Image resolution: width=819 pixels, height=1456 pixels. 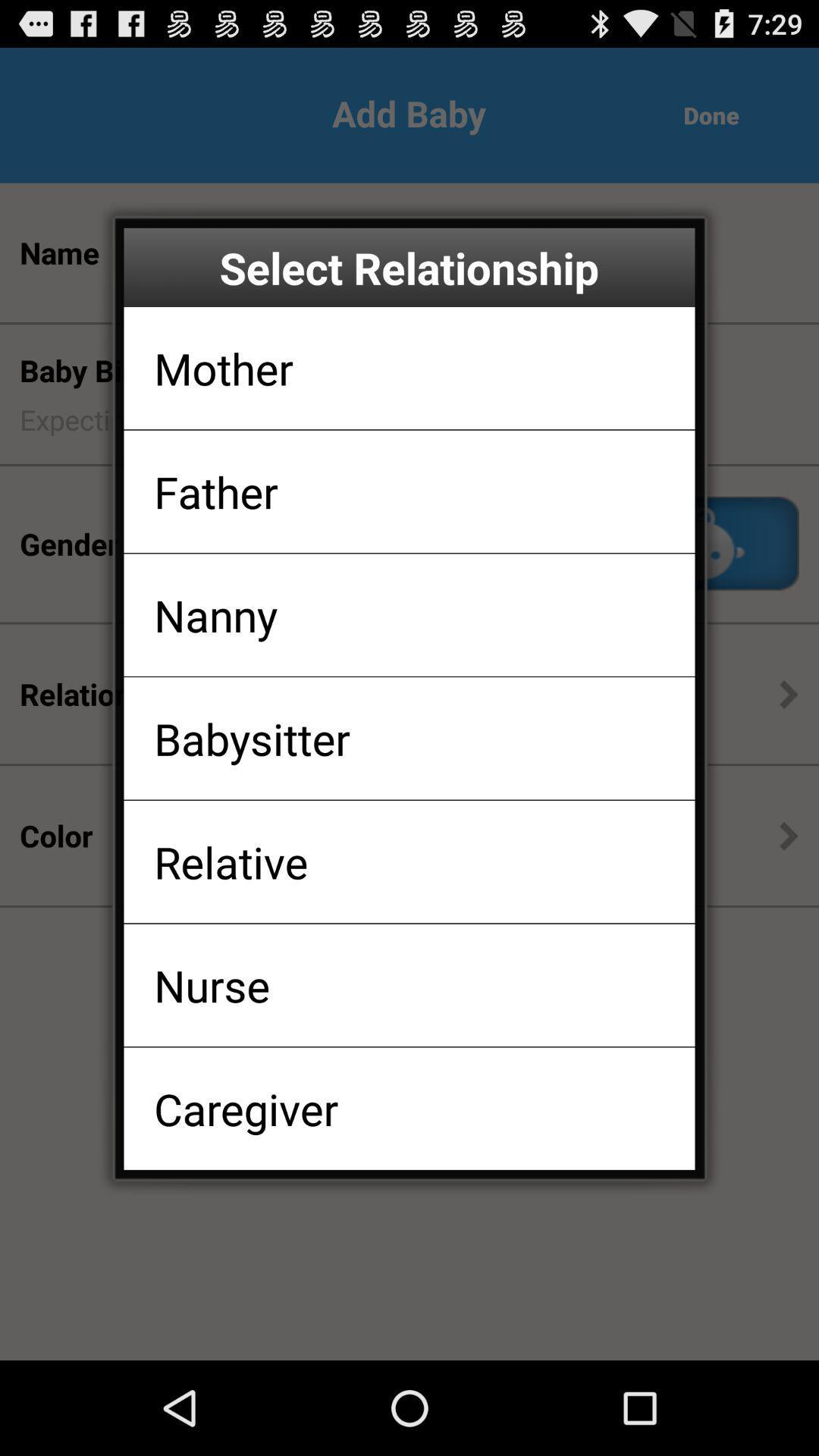 What do you see at coordinates (231, 861) in the screenshot?
I see `the relative` at bounding box center [231, 861].